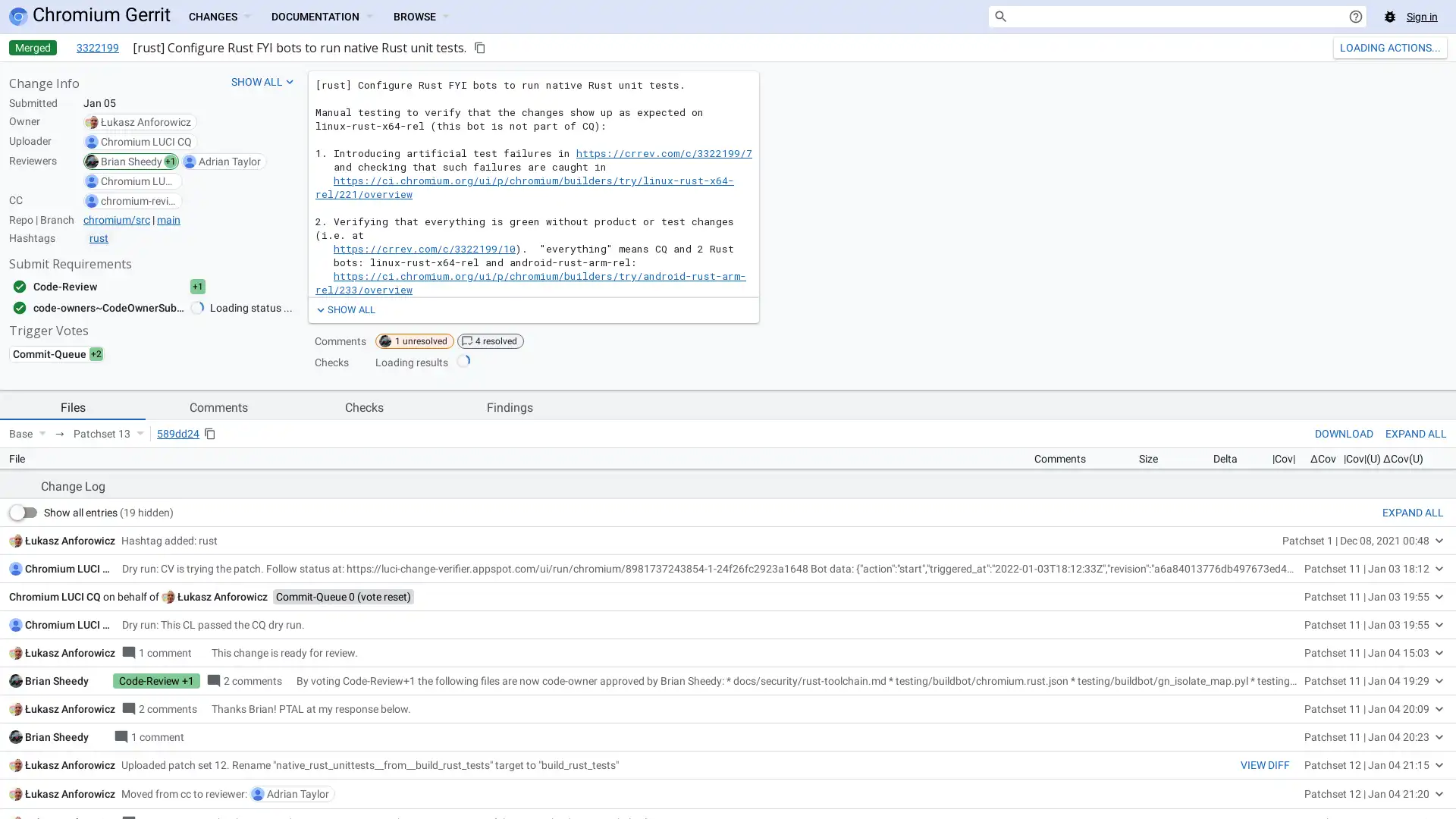  Describe the element at coordinates (69, 778) in the screenshot. I see `Chromium LUCI CQ` at that location.